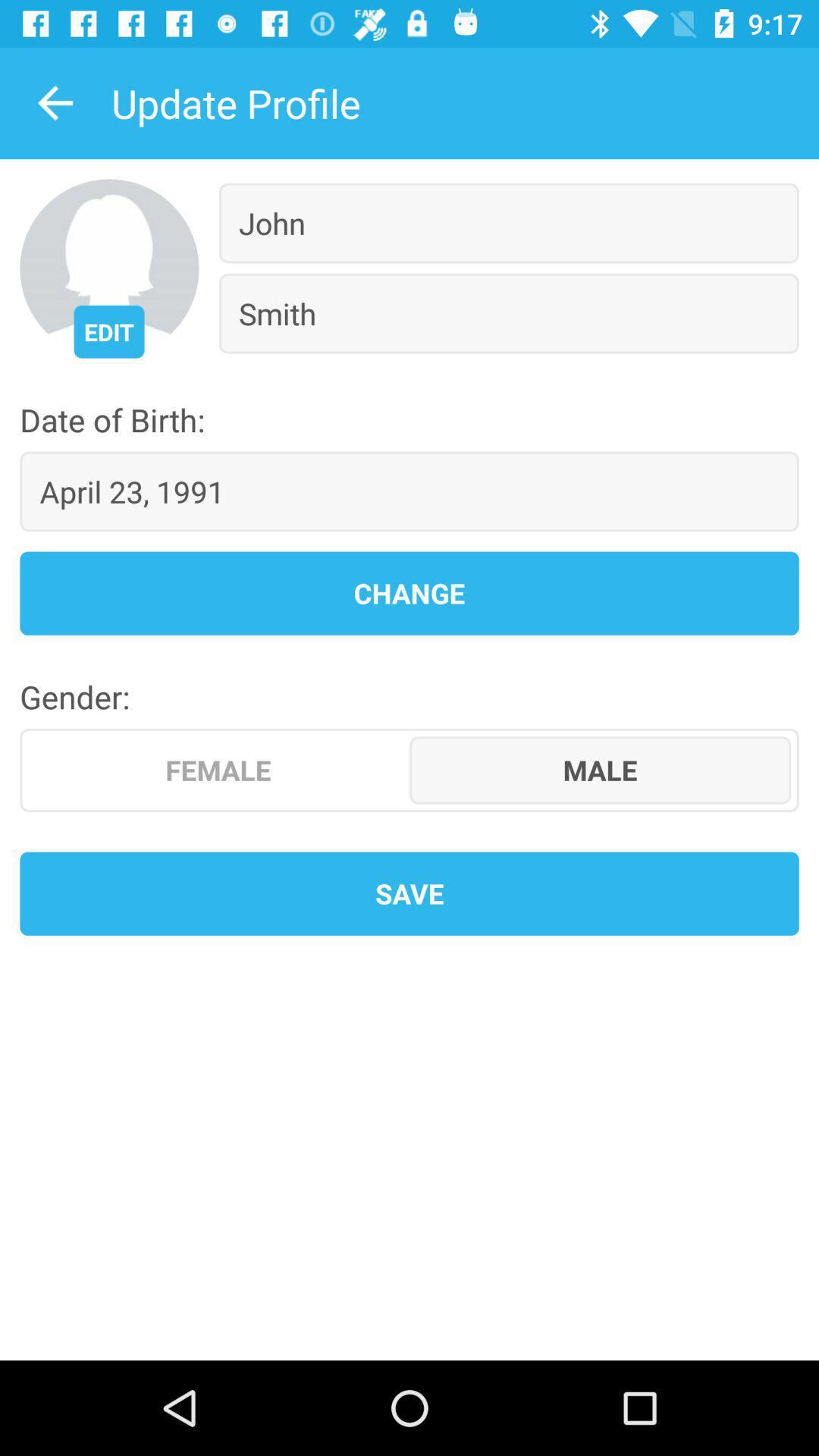  Describe the element at coordinates (55, 102) in the screenshot. I see `icon next to the update profile item` at that location.